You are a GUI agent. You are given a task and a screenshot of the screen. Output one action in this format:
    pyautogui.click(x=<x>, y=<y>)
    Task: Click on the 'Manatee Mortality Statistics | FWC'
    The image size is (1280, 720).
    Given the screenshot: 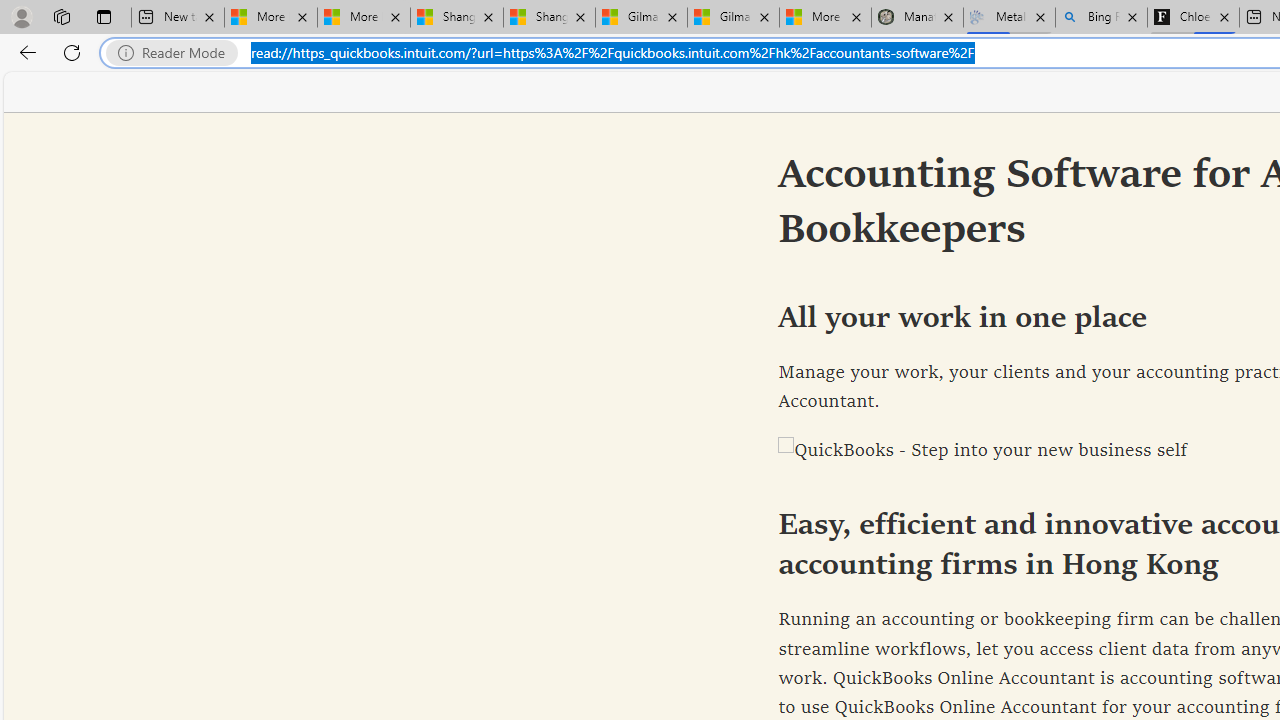 What is the action you would take?
    pyautogui.click(x=916, y=17)
    